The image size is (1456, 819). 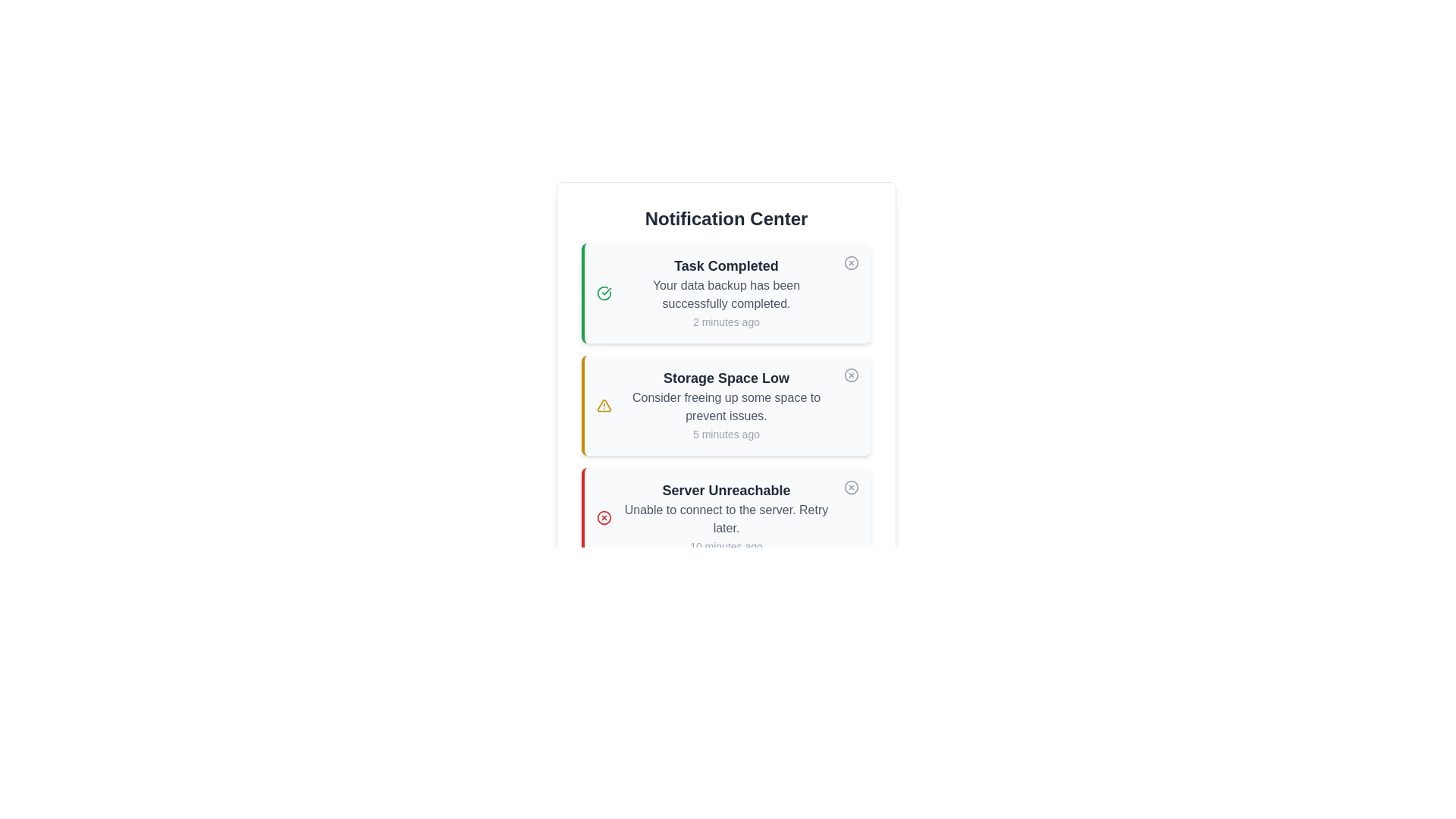 What do you see at coordinates (852, 262) in the screenshot?
I see `the circular close button located at the top-right corner of the 'Task Completed' notification card, which is represented by a 24x24 pixel icon` at bounding box center [852, 262].